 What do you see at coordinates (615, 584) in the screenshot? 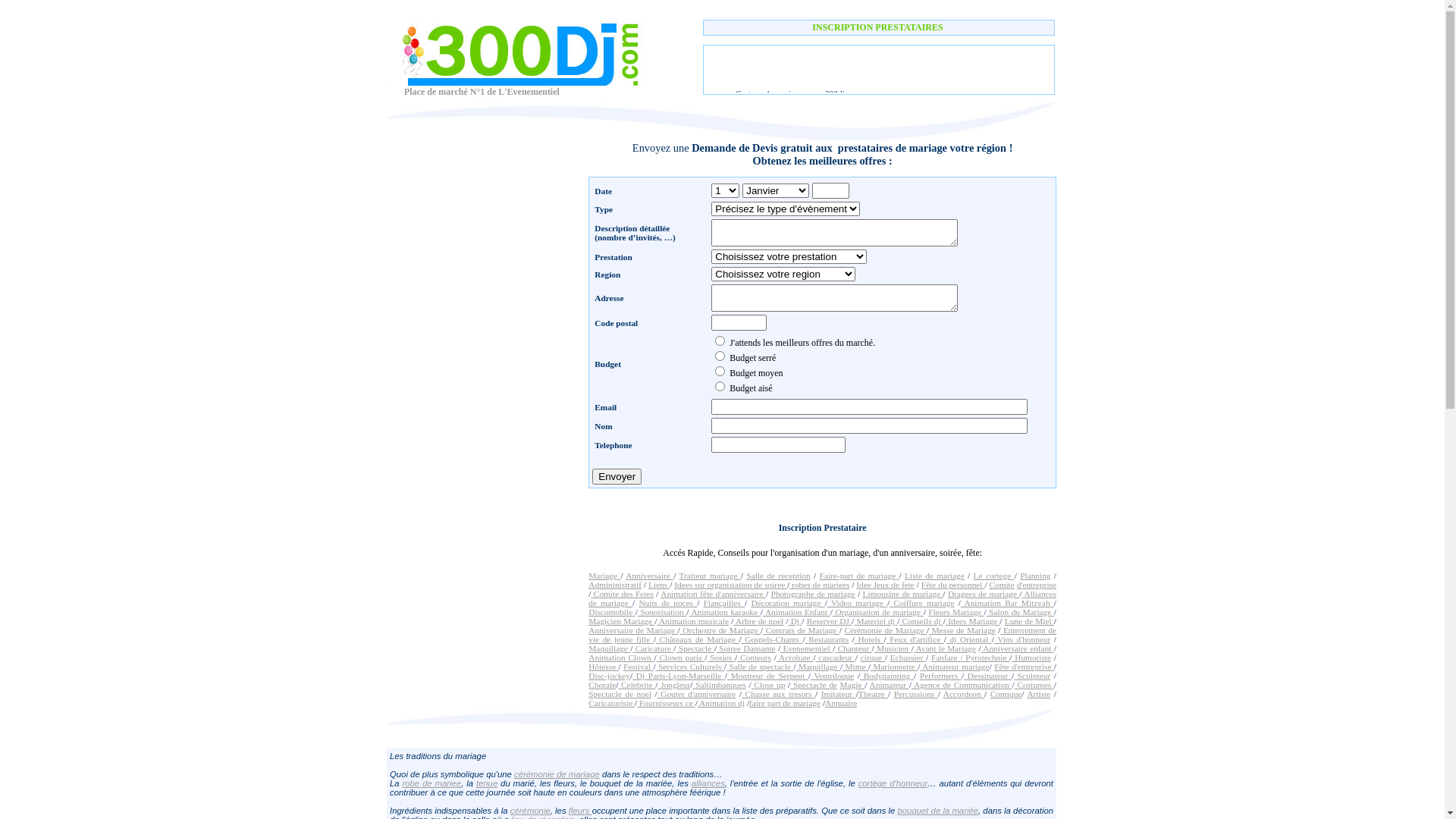
I see `'Admininistratif'` at bounding box center [615, 584].